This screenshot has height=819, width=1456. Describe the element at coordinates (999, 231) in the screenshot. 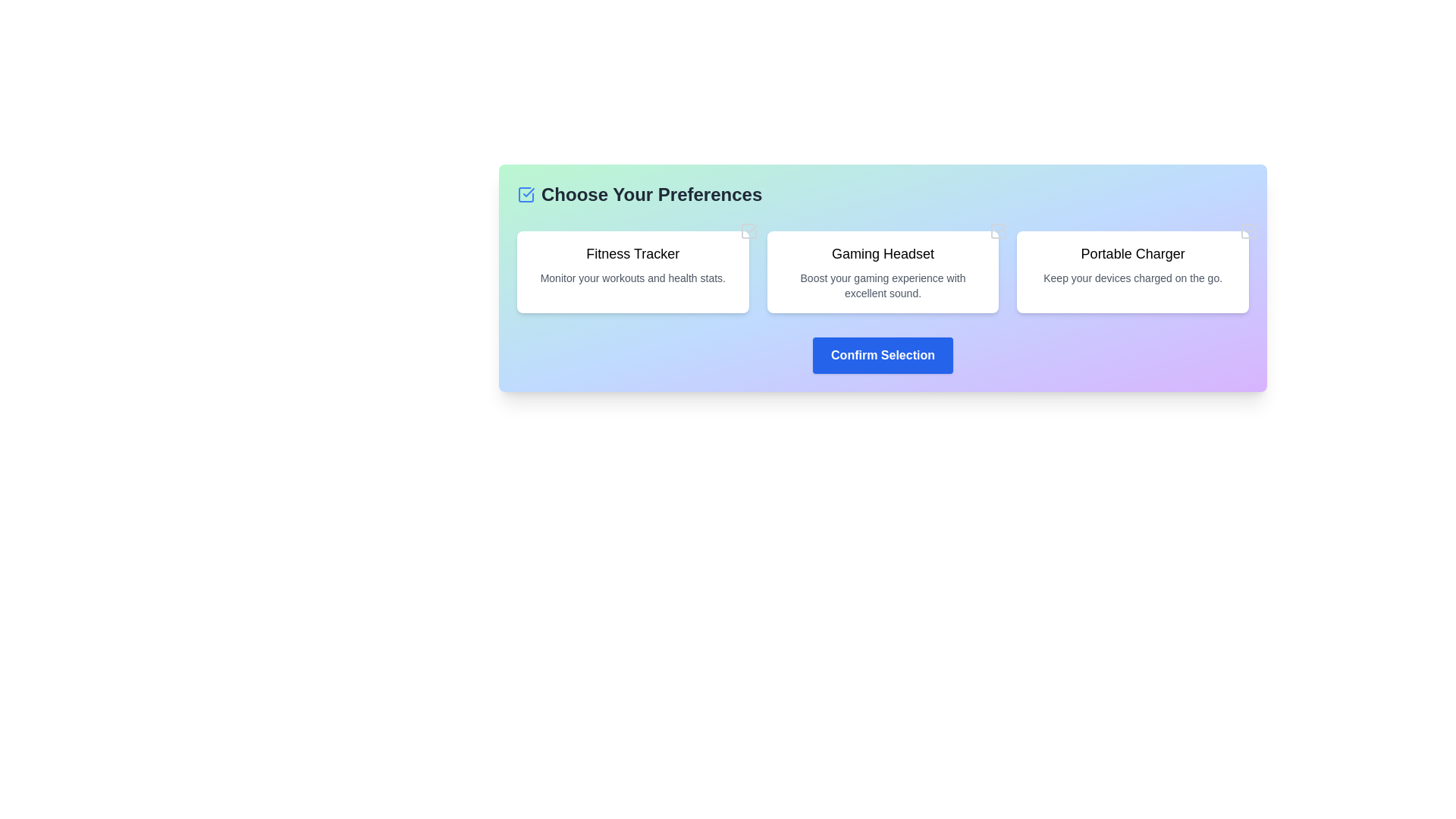

I see `the color change of the checkmark icon in the upper-right corner of the 'Gaming Headset' card when it is selected` at that location.